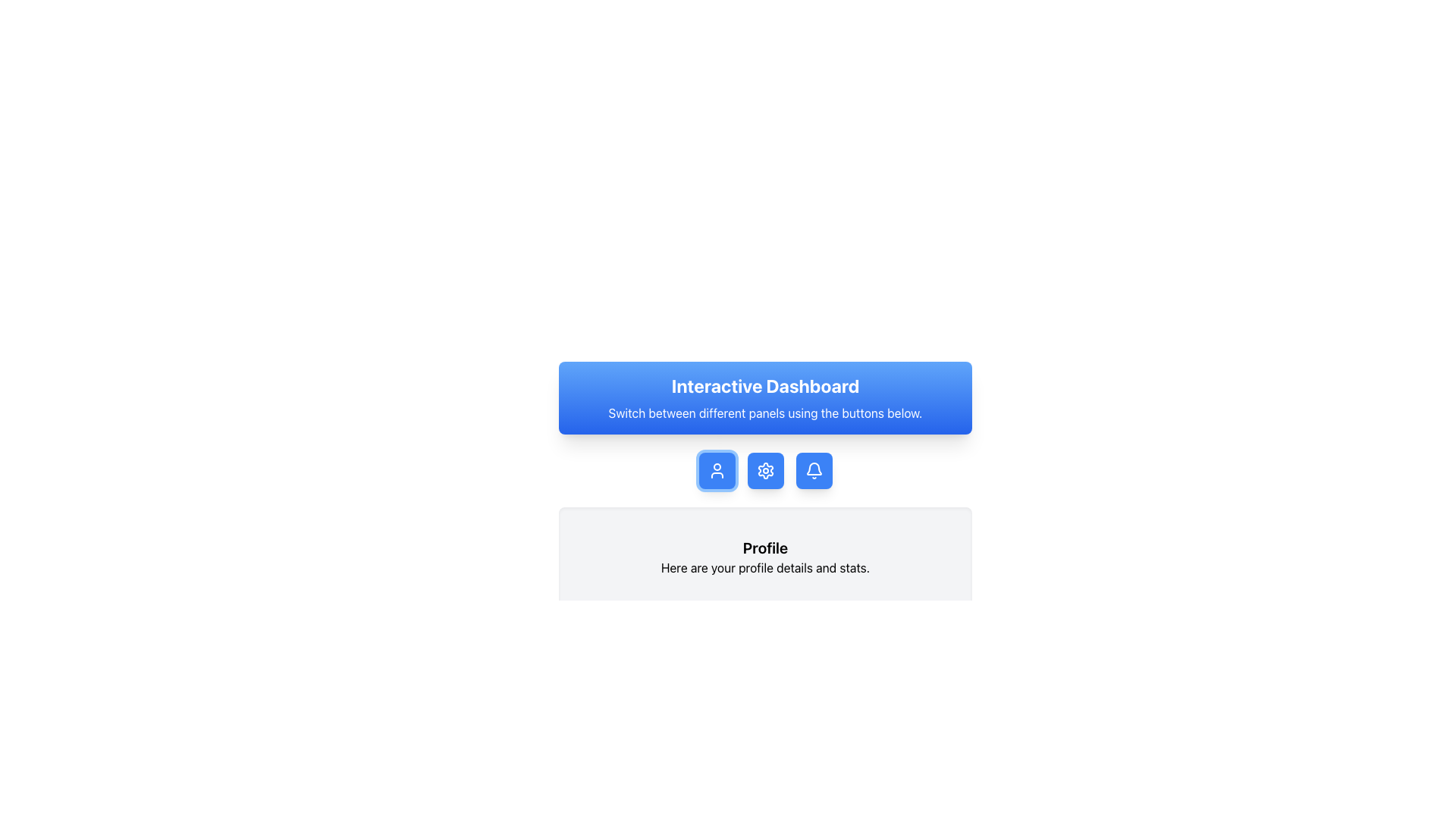 The height and width of the screenshot is (819, 1456). What do you see at coordinates (765, 465) in the screenshot?
I see `the rectangular panel titled 'Interactive Dashboard'` at bounding box center [765, 465].